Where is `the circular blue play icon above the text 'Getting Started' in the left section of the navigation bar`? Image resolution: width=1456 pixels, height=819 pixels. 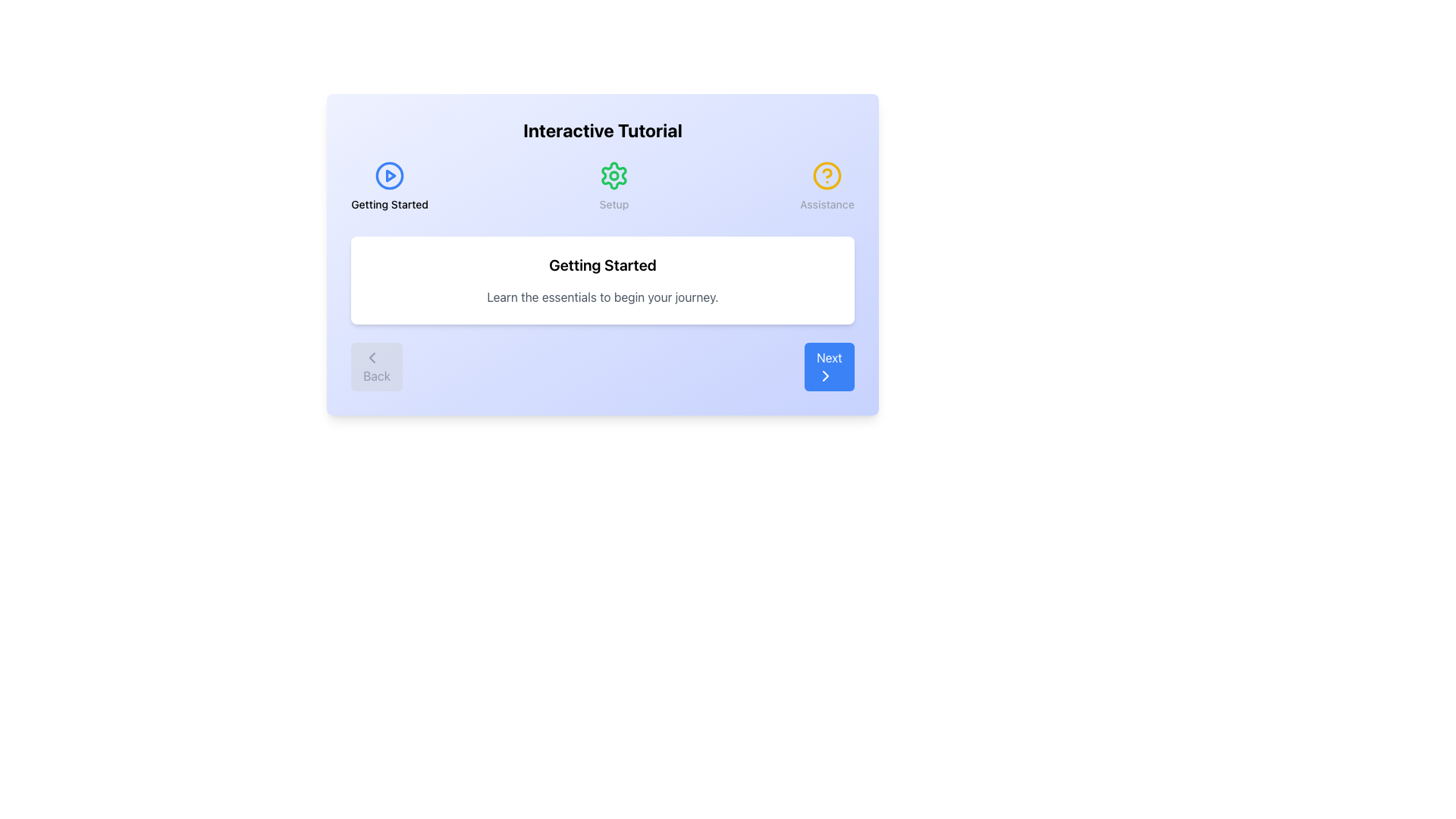
the circular blue play icon above the text 'Getting Started' in the left section of the navigation bar is located at coordinates (390, 186).